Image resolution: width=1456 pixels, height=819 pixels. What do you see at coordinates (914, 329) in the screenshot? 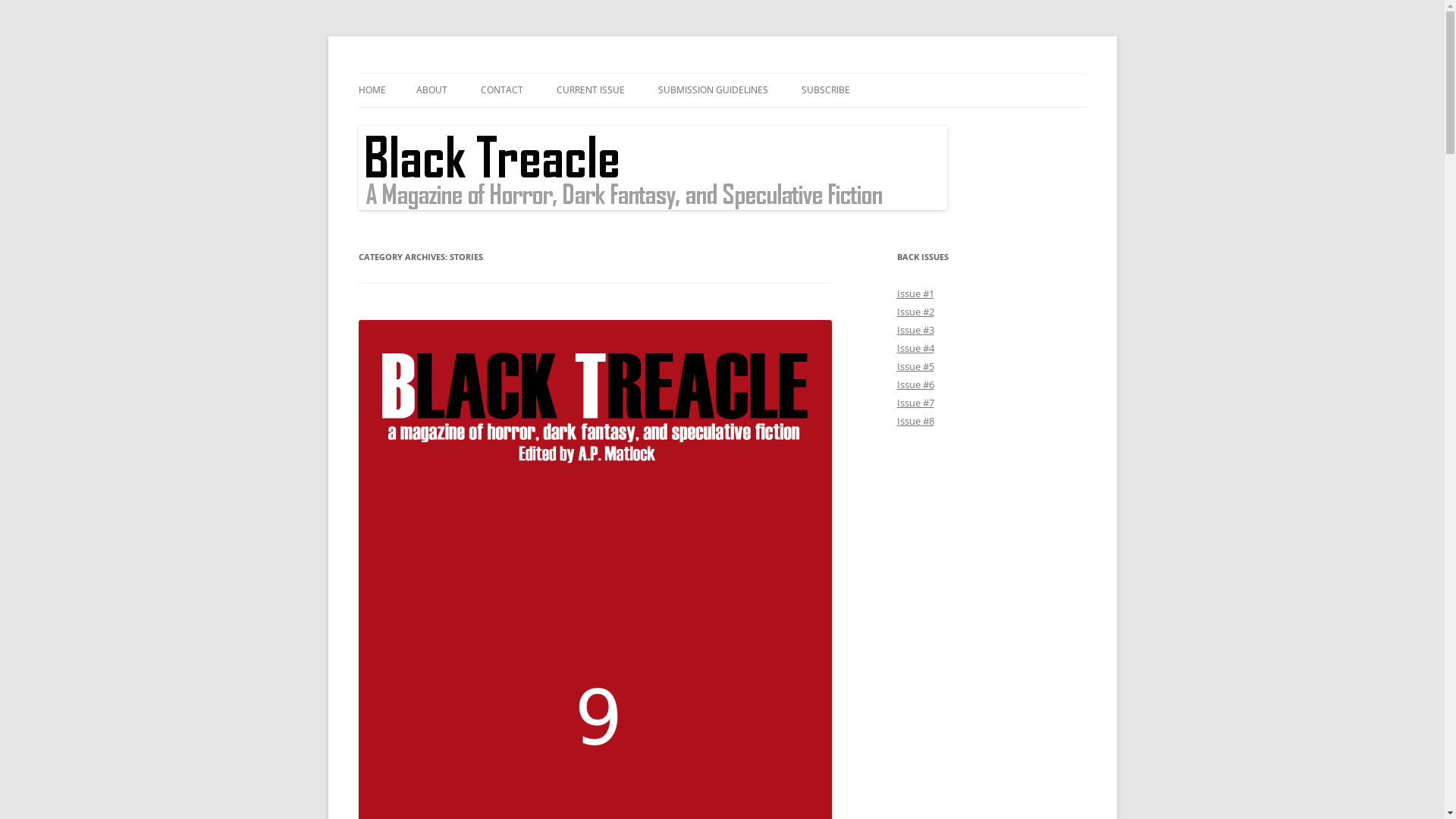
I see `'Issue #3'` at bounding box center [914, 329].